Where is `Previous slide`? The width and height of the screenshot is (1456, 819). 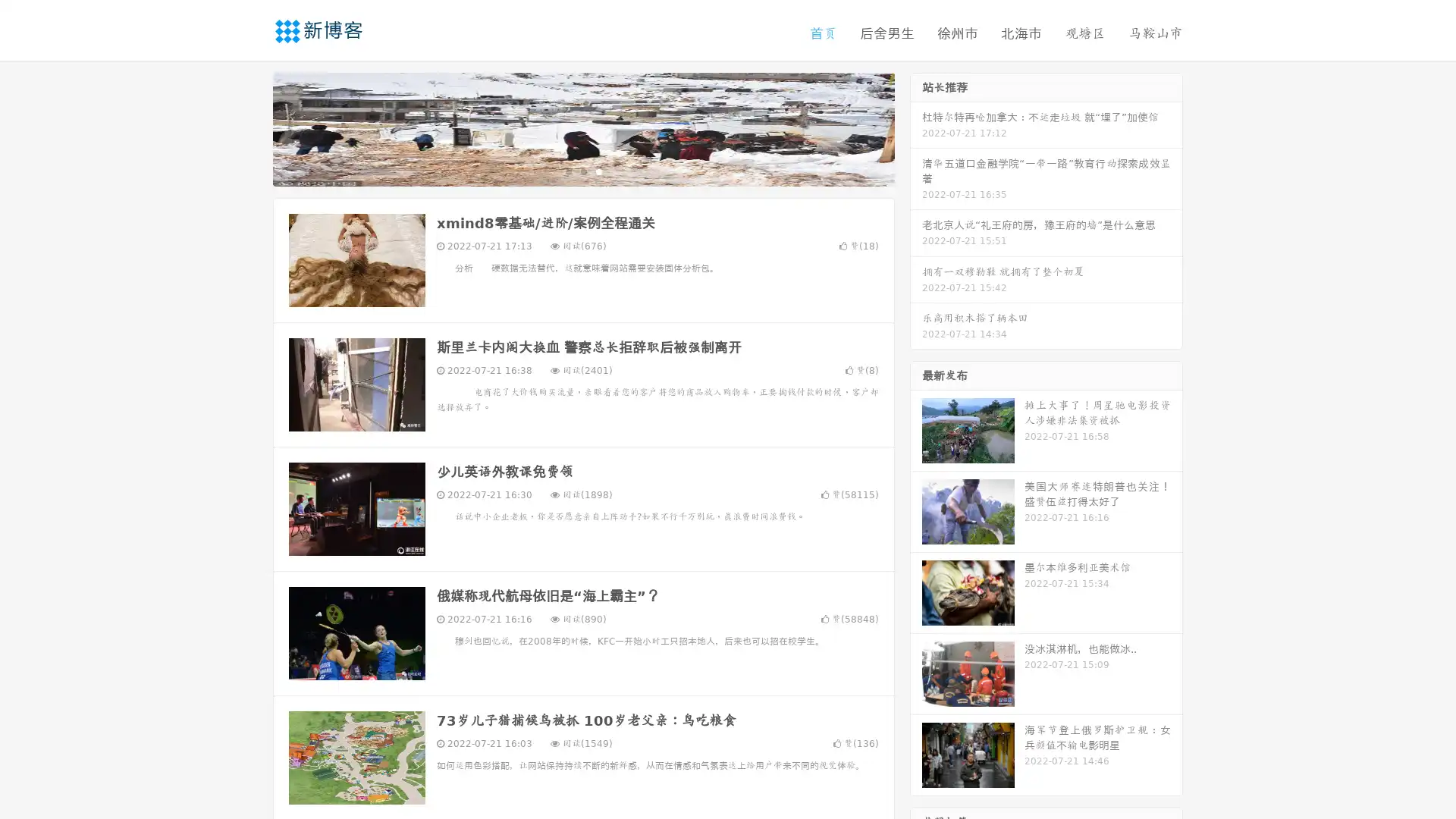
Previous slide is located at coordinates (250, 127).